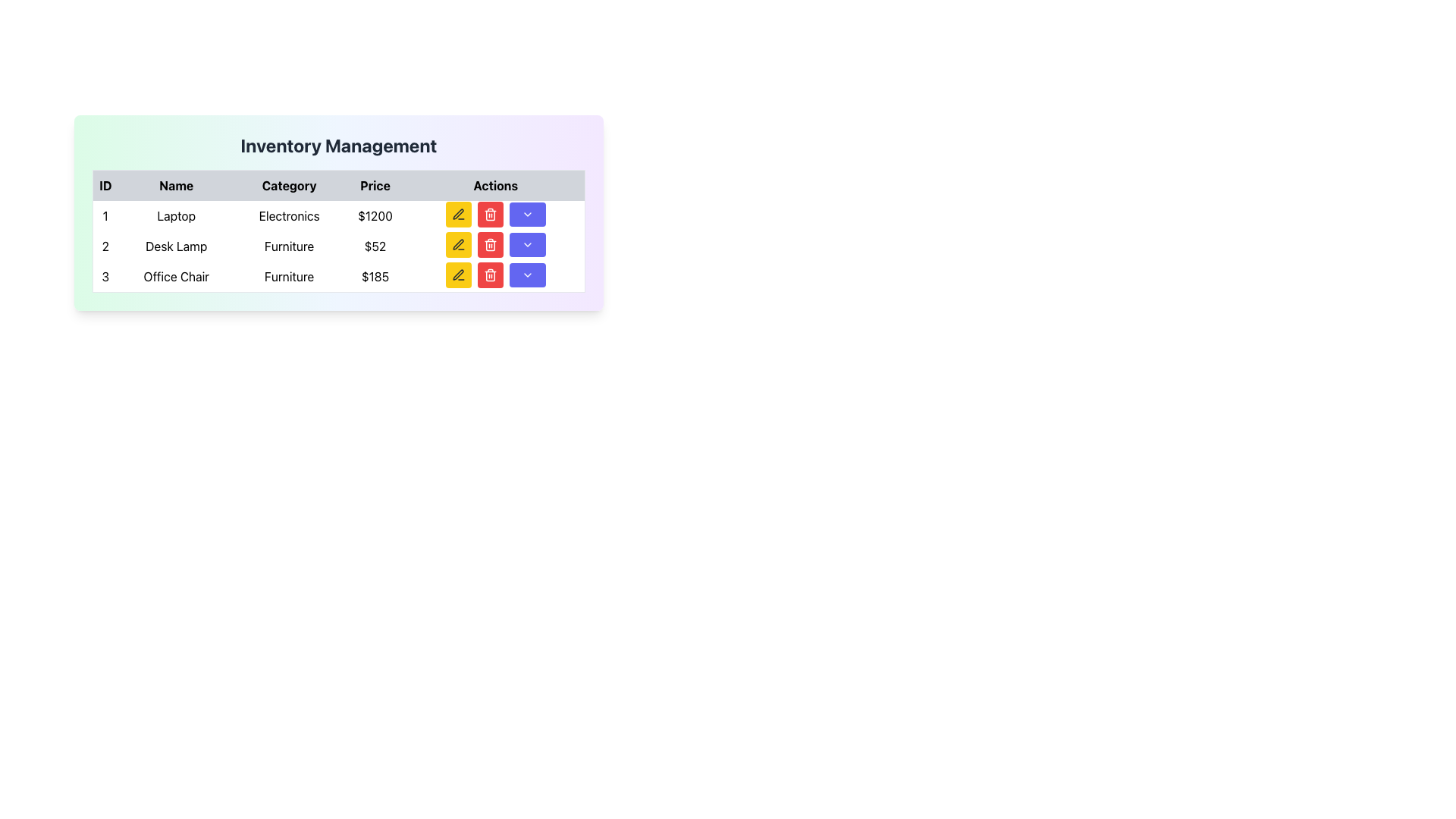  What do you see at coordinates (527, 244) in the screenshot?
I see `the downward-pointing chevron icon in the last column of the second row in the 'Actions' section` at bounding box center [527, 244].